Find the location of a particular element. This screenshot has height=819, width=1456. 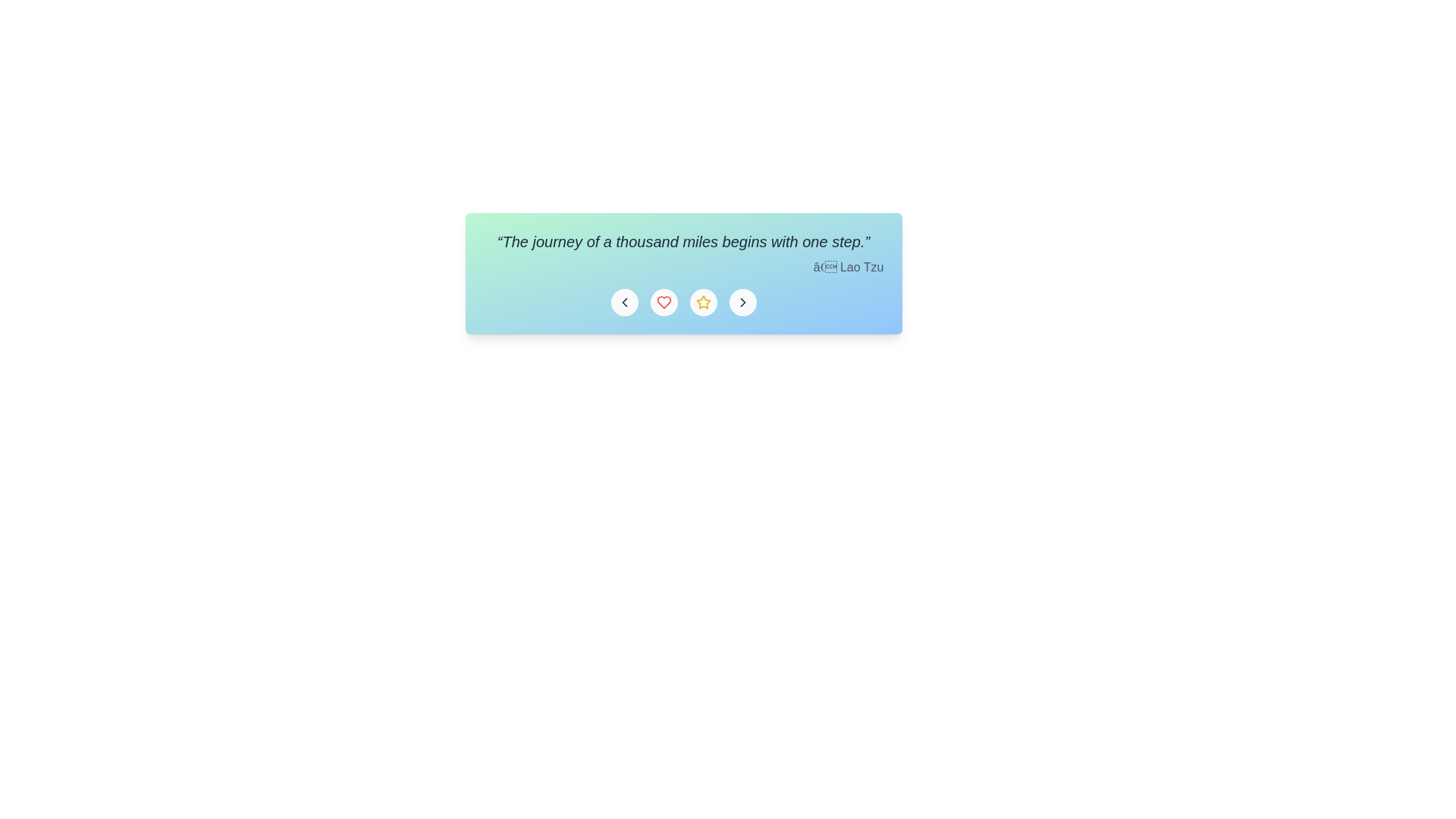

the heart icon button located in the center portion of the navigation bar beneath the quote text to change its background color is located at coordinates (664, 302).